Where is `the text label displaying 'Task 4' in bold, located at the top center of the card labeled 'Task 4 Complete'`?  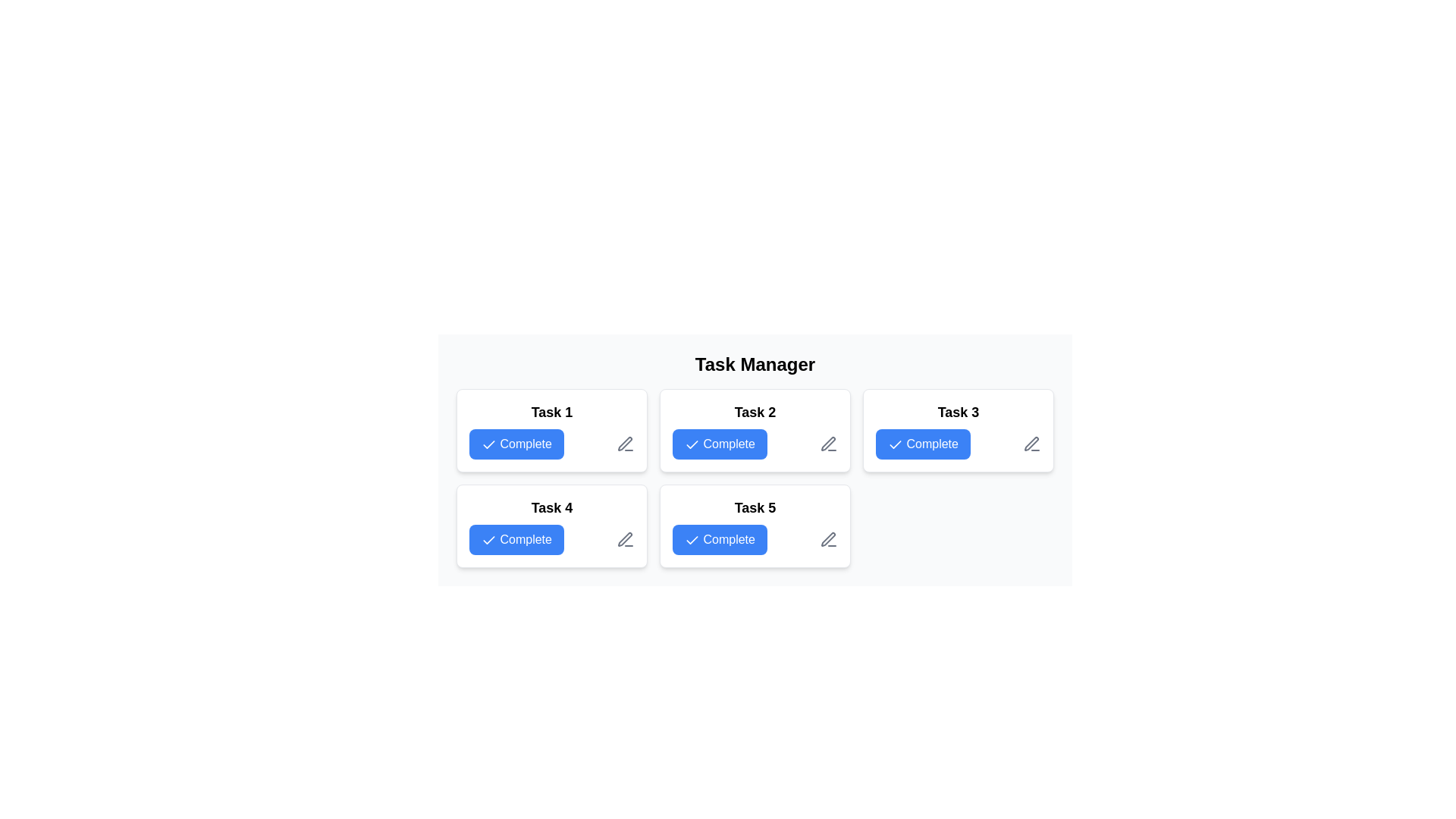 the text label displaying 'Task 4' in bold, located at the top center of the card labeled 'Task 4 Complete' is located at coordinates (551, 508).